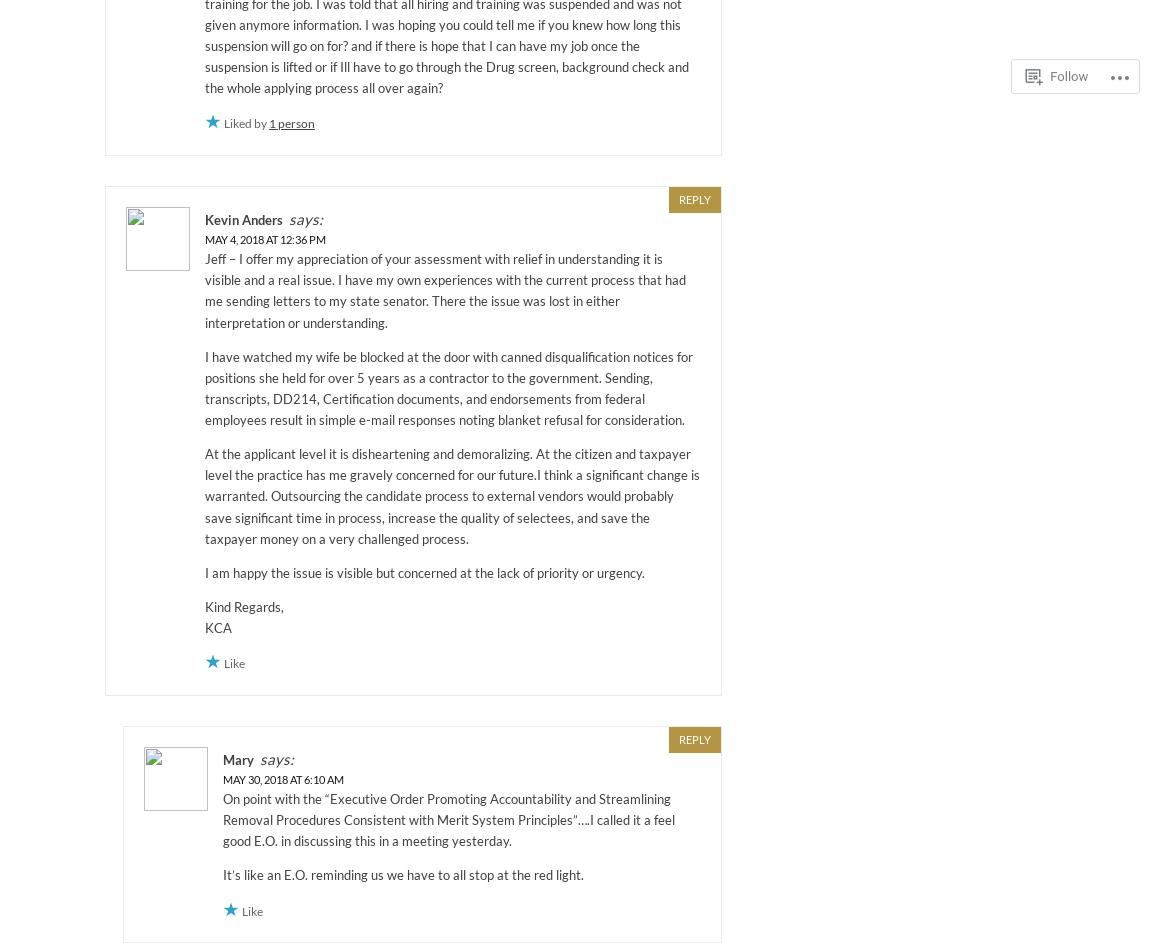 This screenshot has width=1150, height=949. Describe the element at coordinates (221, 779) in the screenshot. I see `'May 30, 2018 at 6:10 am'` at that location.